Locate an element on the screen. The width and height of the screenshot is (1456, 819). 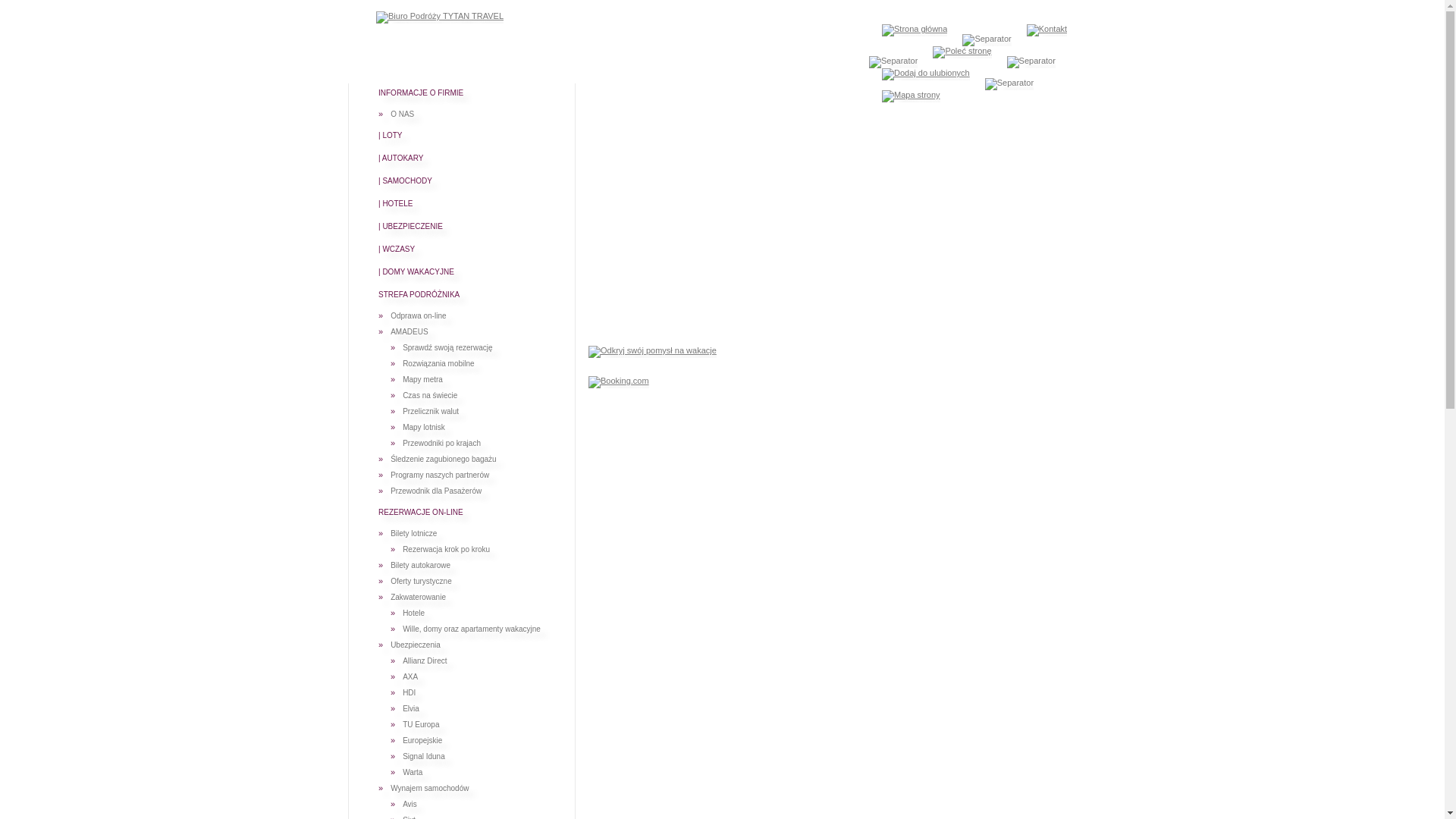
'Mapa strony' is located at coordinates (881, 96).